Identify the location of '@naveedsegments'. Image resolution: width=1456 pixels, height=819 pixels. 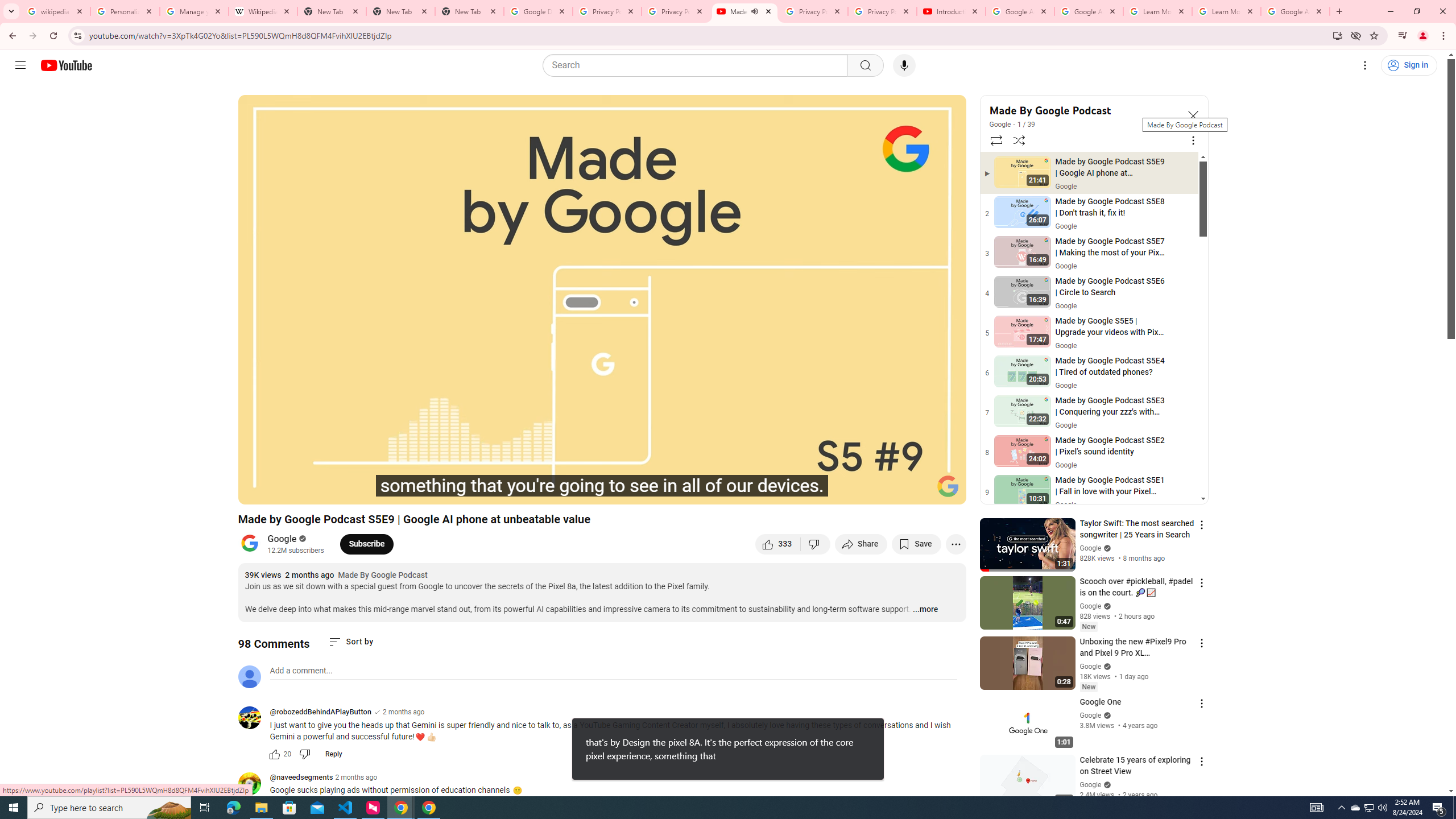
(301, 777).